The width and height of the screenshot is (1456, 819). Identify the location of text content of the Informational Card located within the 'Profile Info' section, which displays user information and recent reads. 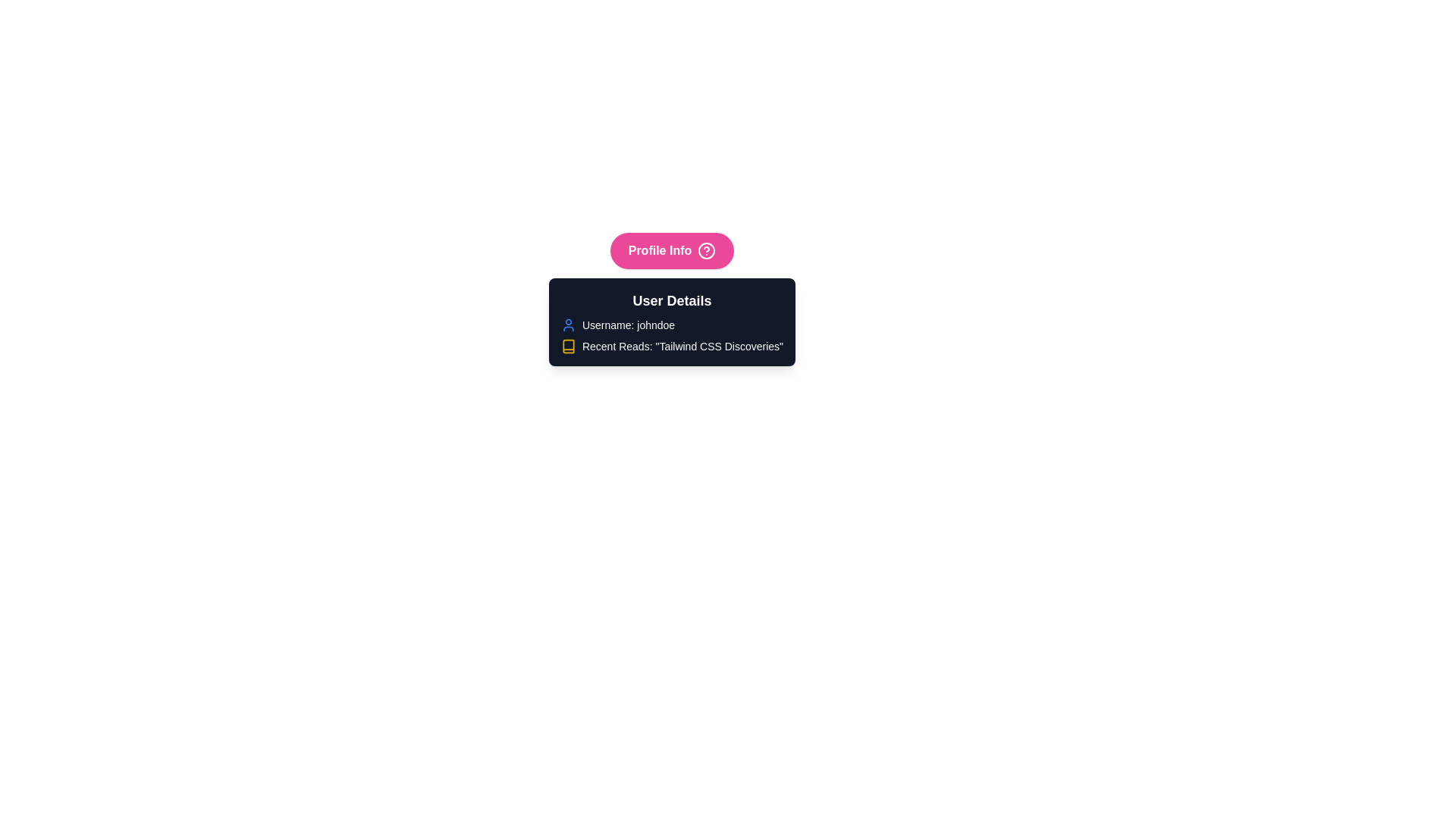
(671, 321).